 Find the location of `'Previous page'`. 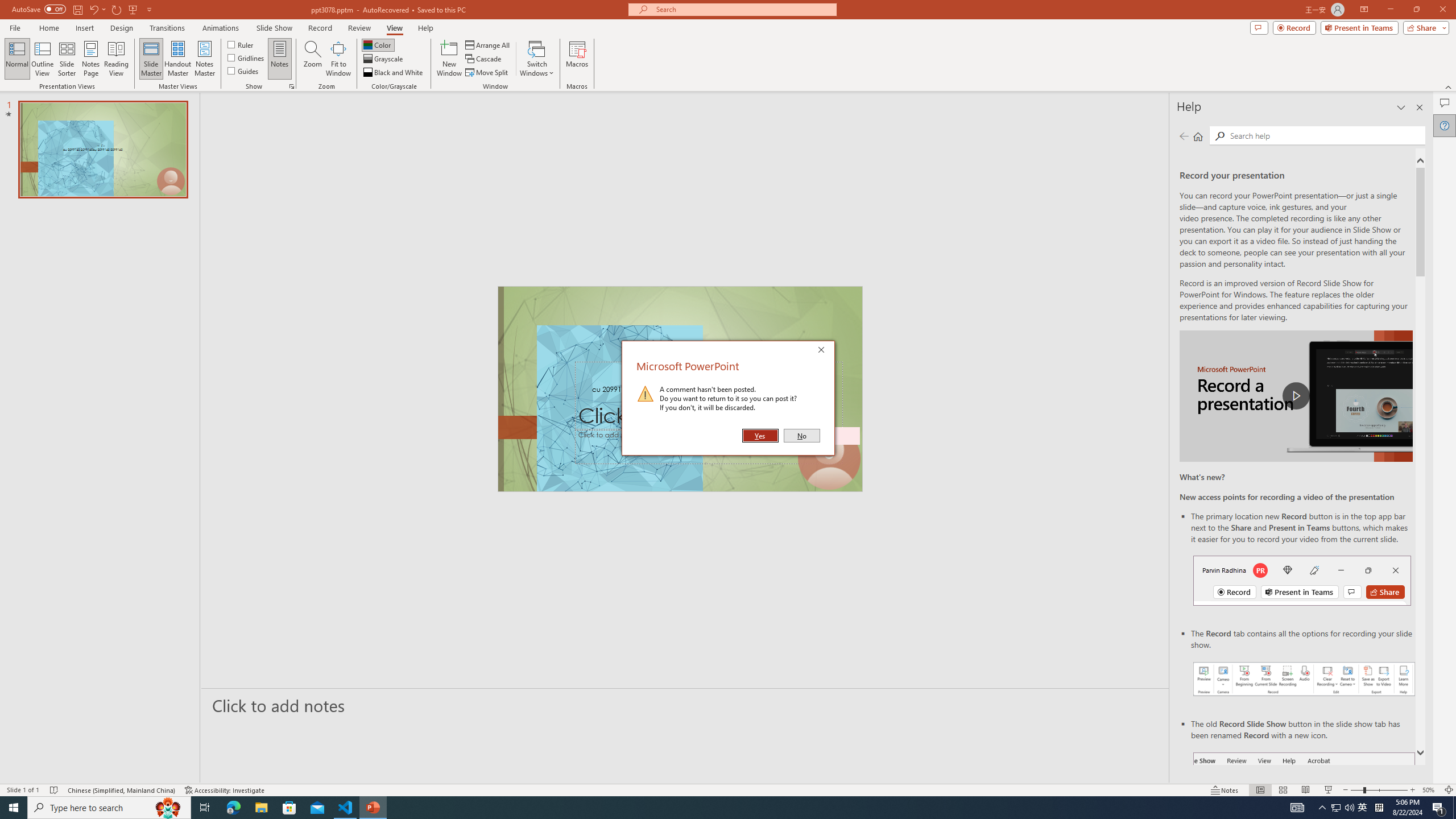

'Previous page' is located at coordinates (1183, 135).